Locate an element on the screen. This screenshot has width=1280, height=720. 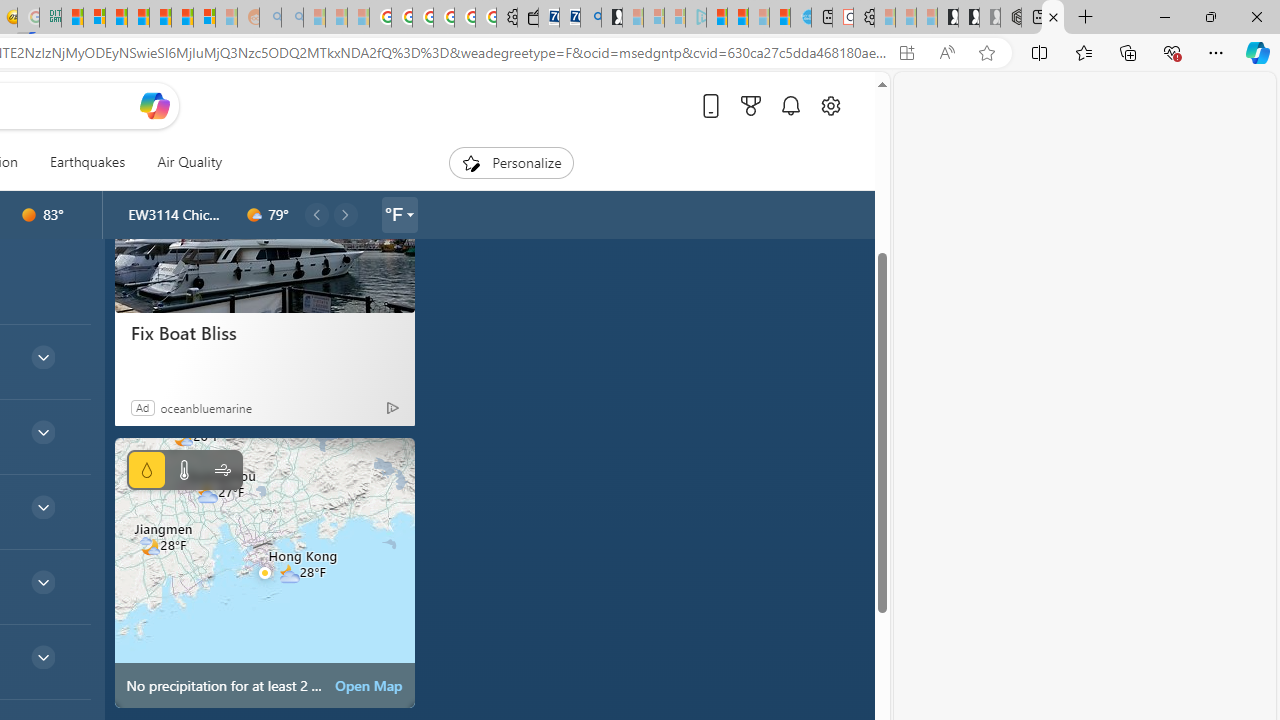
'Air Quality' is located at coordinates (190, 162).